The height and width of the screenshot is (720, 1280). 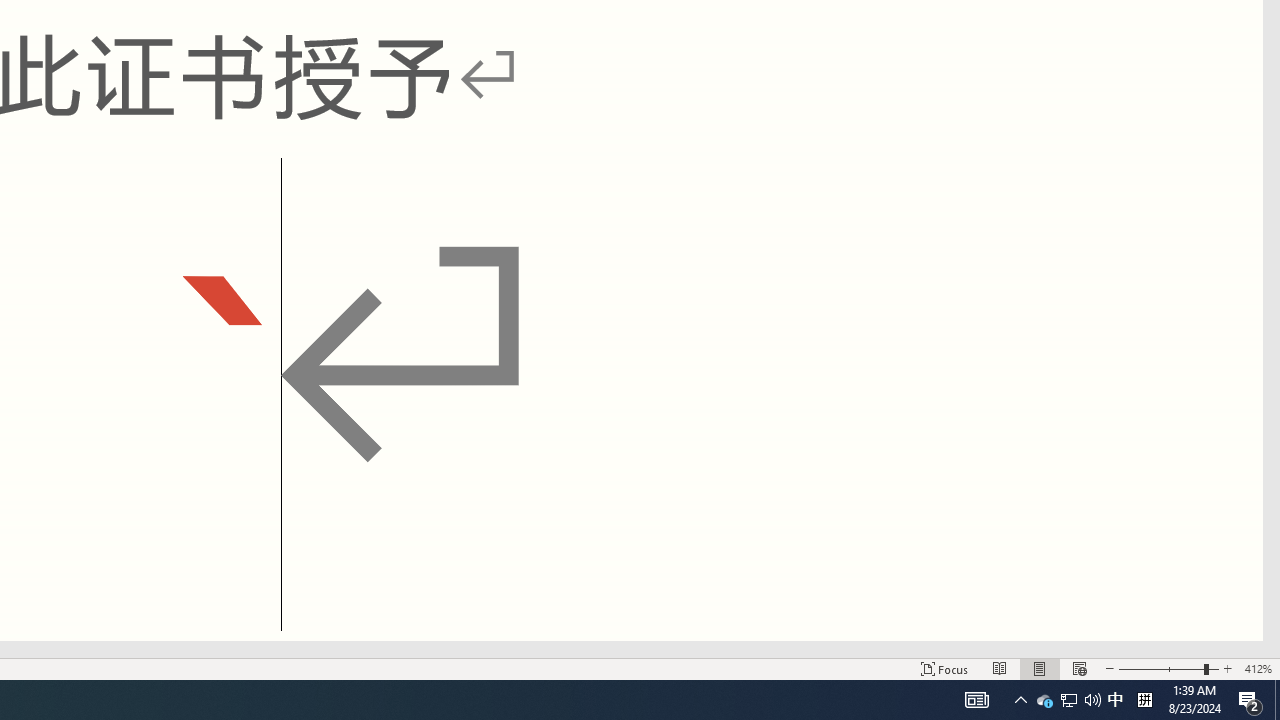 I want to click on 'Zoom 412%', so click(x=1257, y=669).